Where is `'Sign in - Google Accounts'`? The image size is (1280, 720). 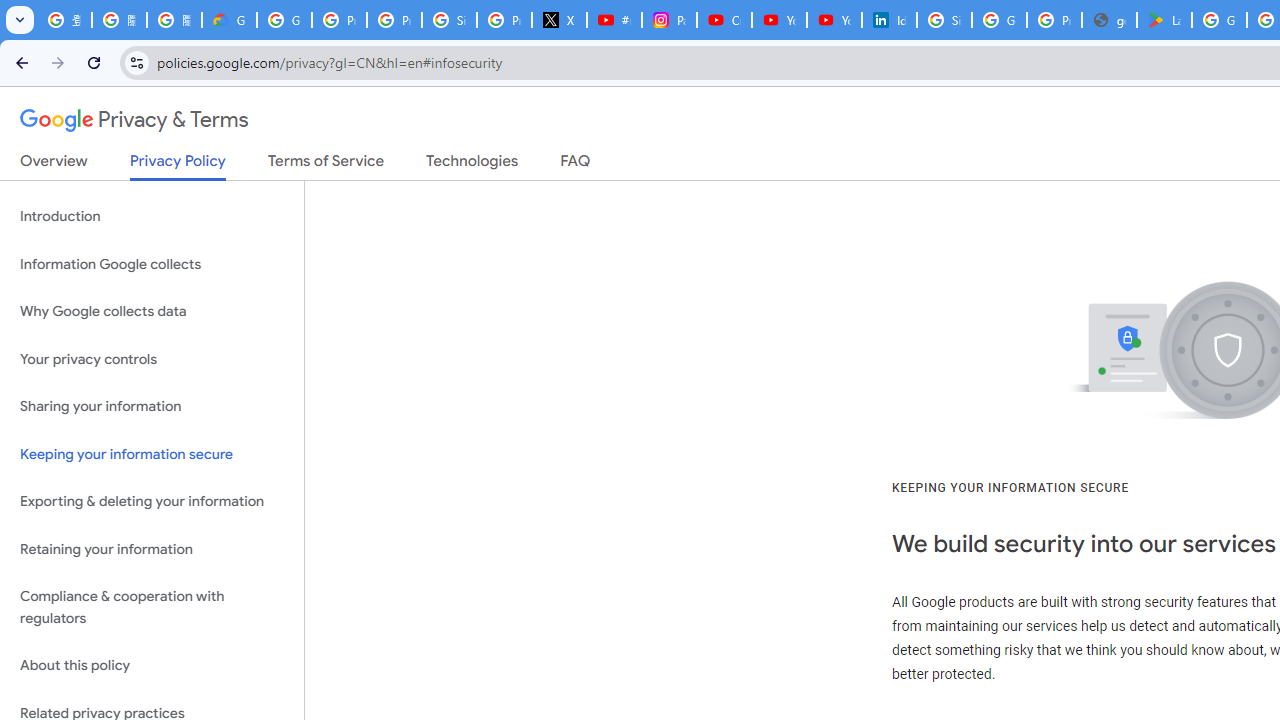
'Sign in - Google Accounts' is located at coordinates (943, 20).